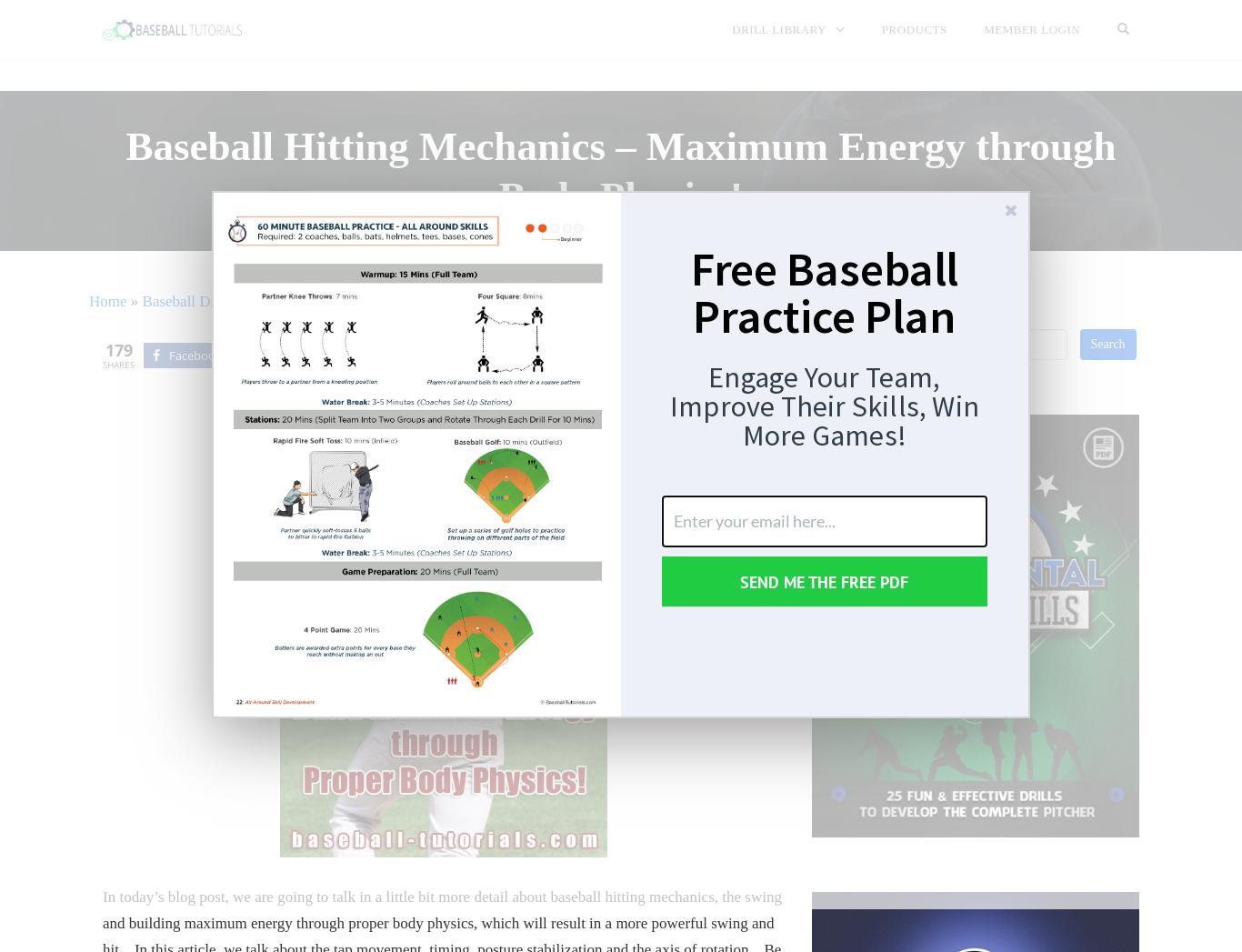 The height and width of the screenshot is (952, 1242). Describe the element at coordinates (253, 354) in the screenshot. I see `'87'` at that location.